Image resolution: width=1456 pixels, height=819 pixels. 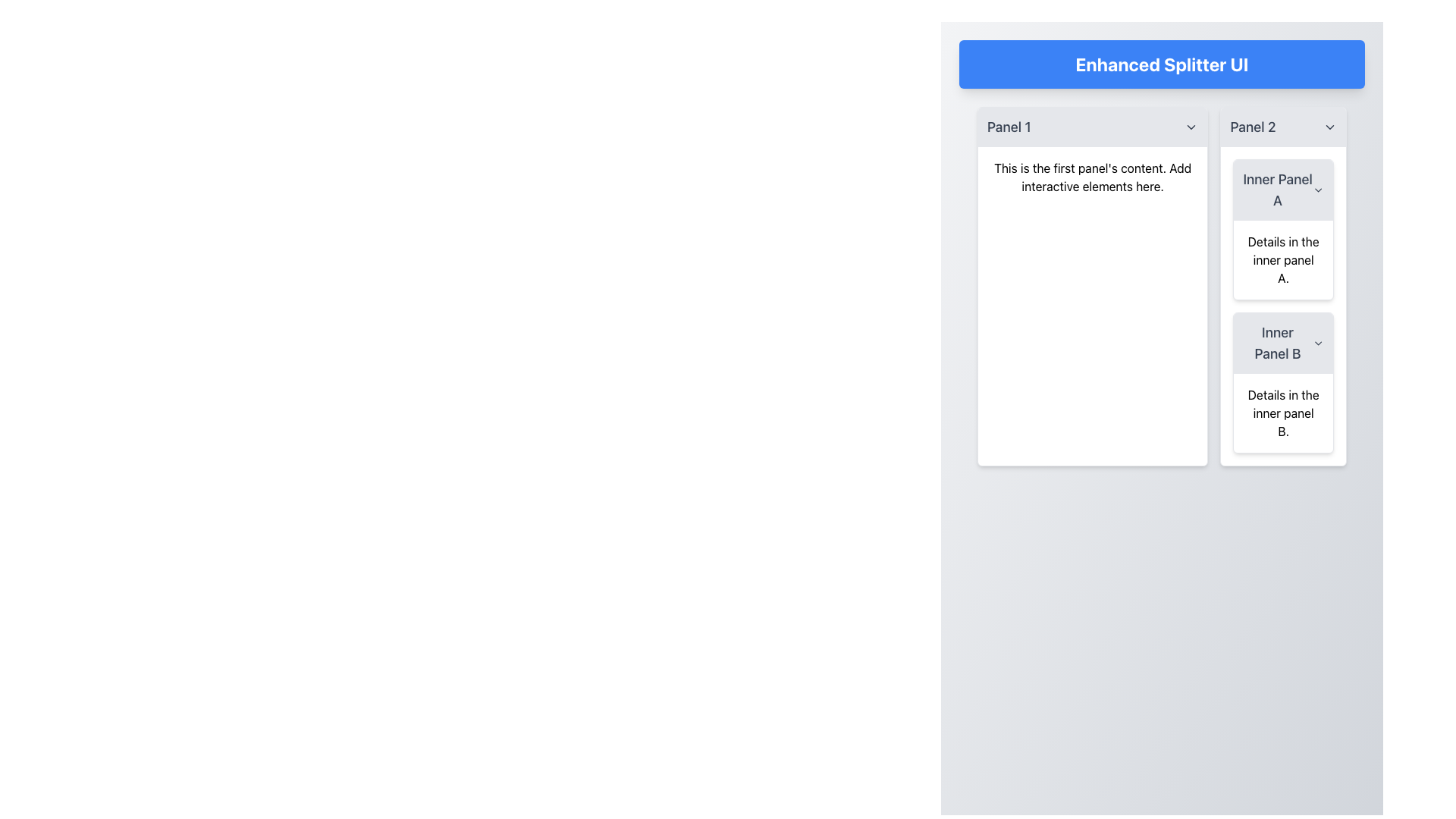 What do you see at coordinates (1191, 127) in the screenshot?
I see `the chevron icon in the header of 'Panel 1'` at bounding box center [1191, 127].